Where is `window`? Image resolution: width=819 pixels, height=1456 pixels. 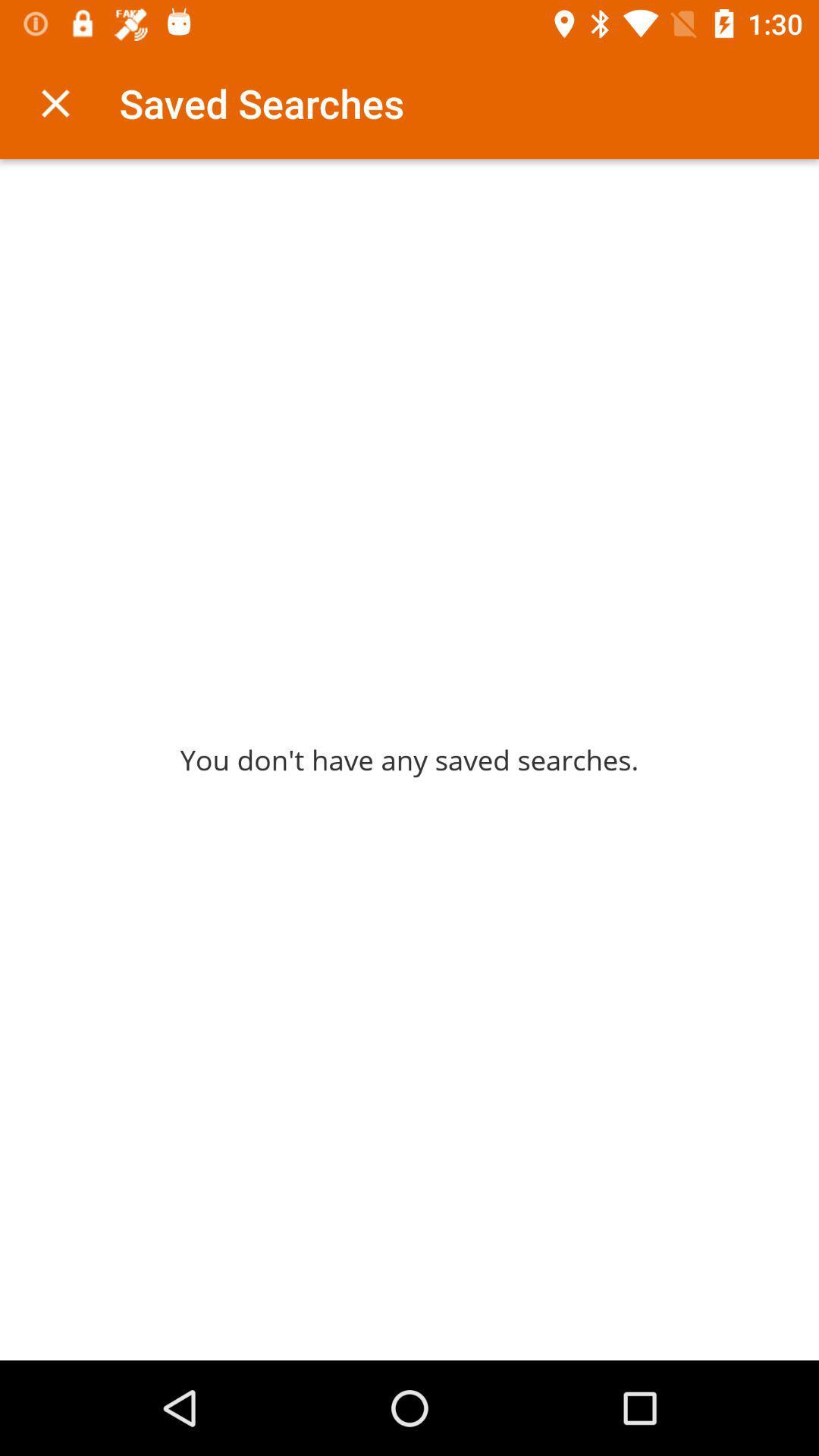 window is located at coordinates (55, 102).